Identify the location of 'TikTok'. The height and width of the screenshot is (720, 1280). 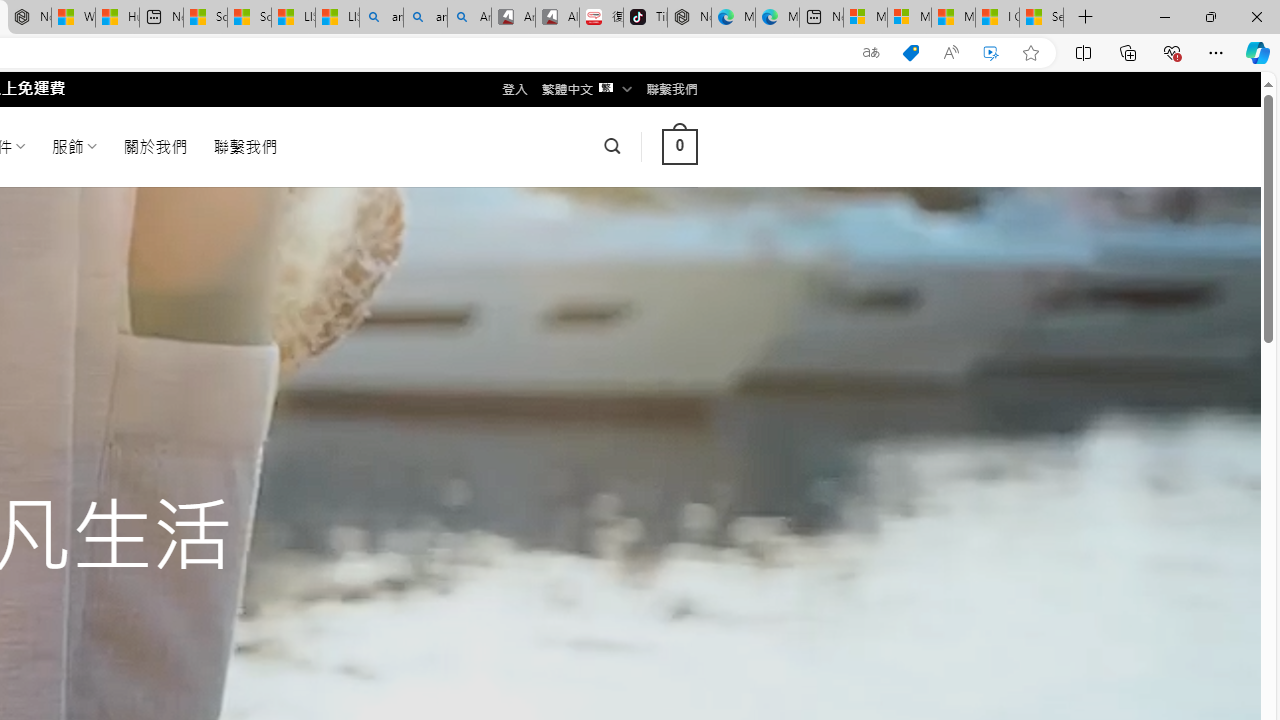
(645, 17).